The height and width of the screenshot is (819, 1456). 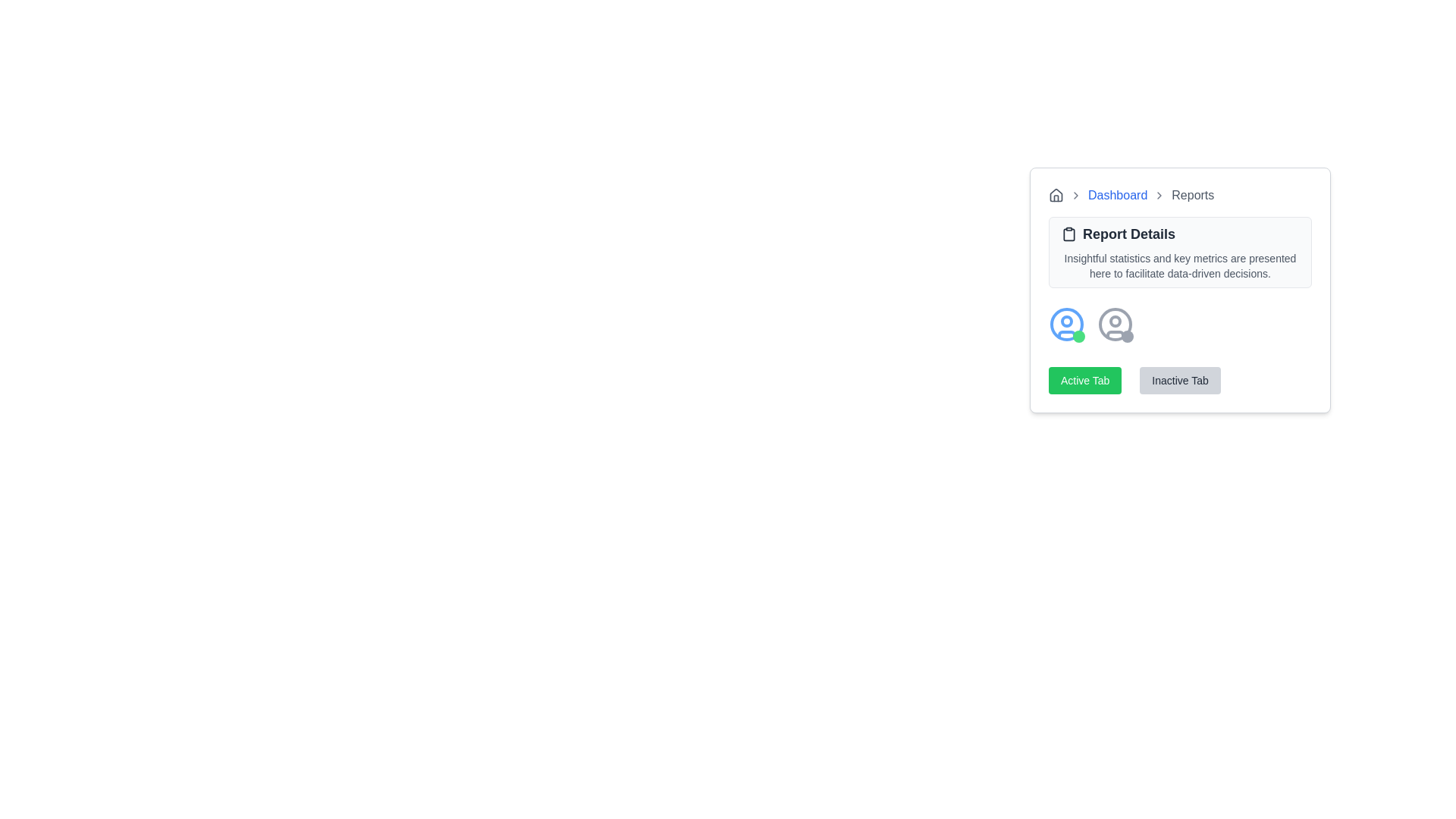 I want to click on the 'Home' icon located near the top left corner of the user interface, which allows users, so click(x=1055, y=194).